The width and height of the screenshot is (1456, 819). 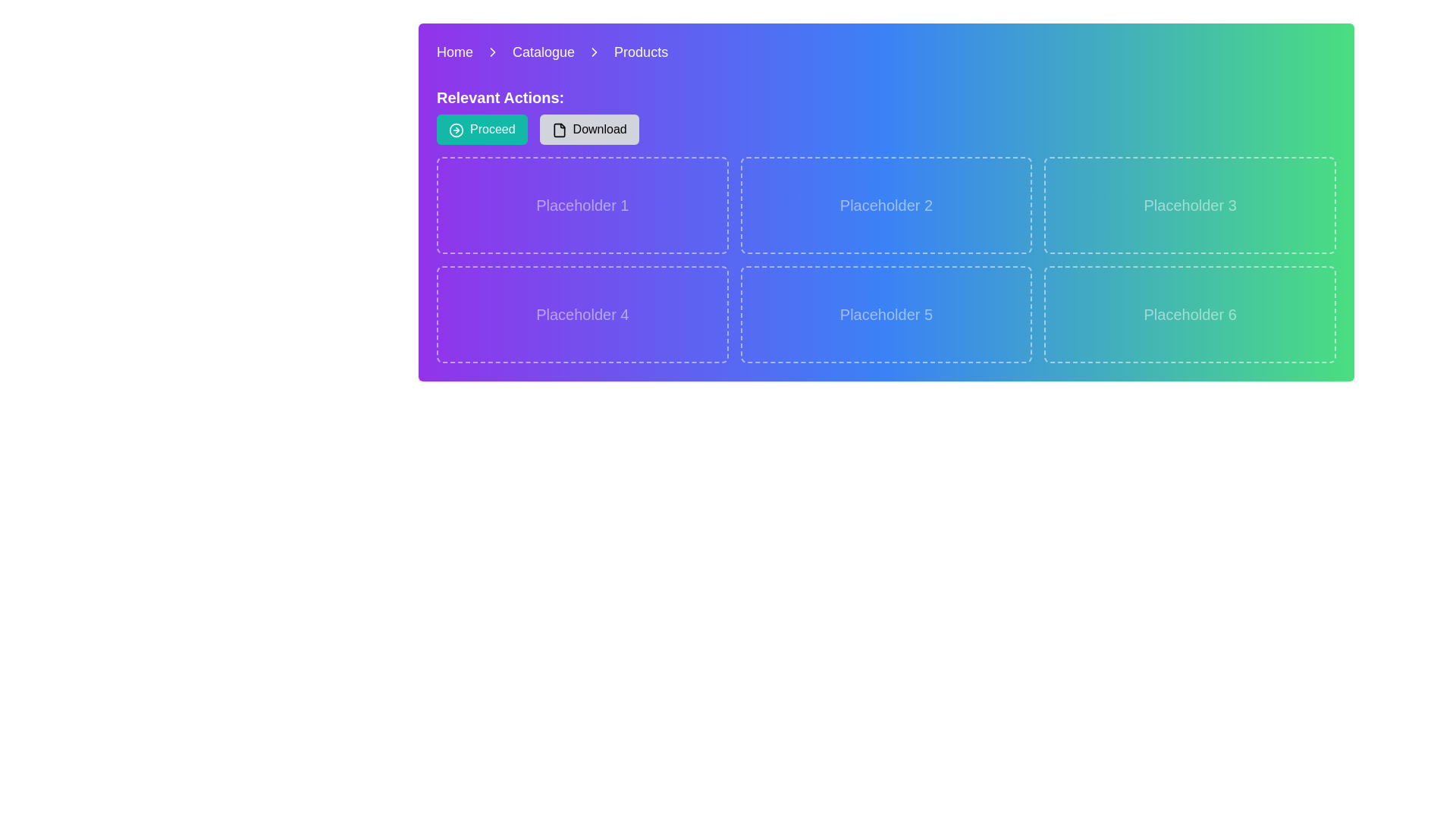 What do you see at coordinates (500, 97) in the screenshot?
I see `the text label that reads 'Relevant Actions:' styled in a large, bold font, located above the buttons 'Proceed' and 'Download'` at bounding box center [500, 97].